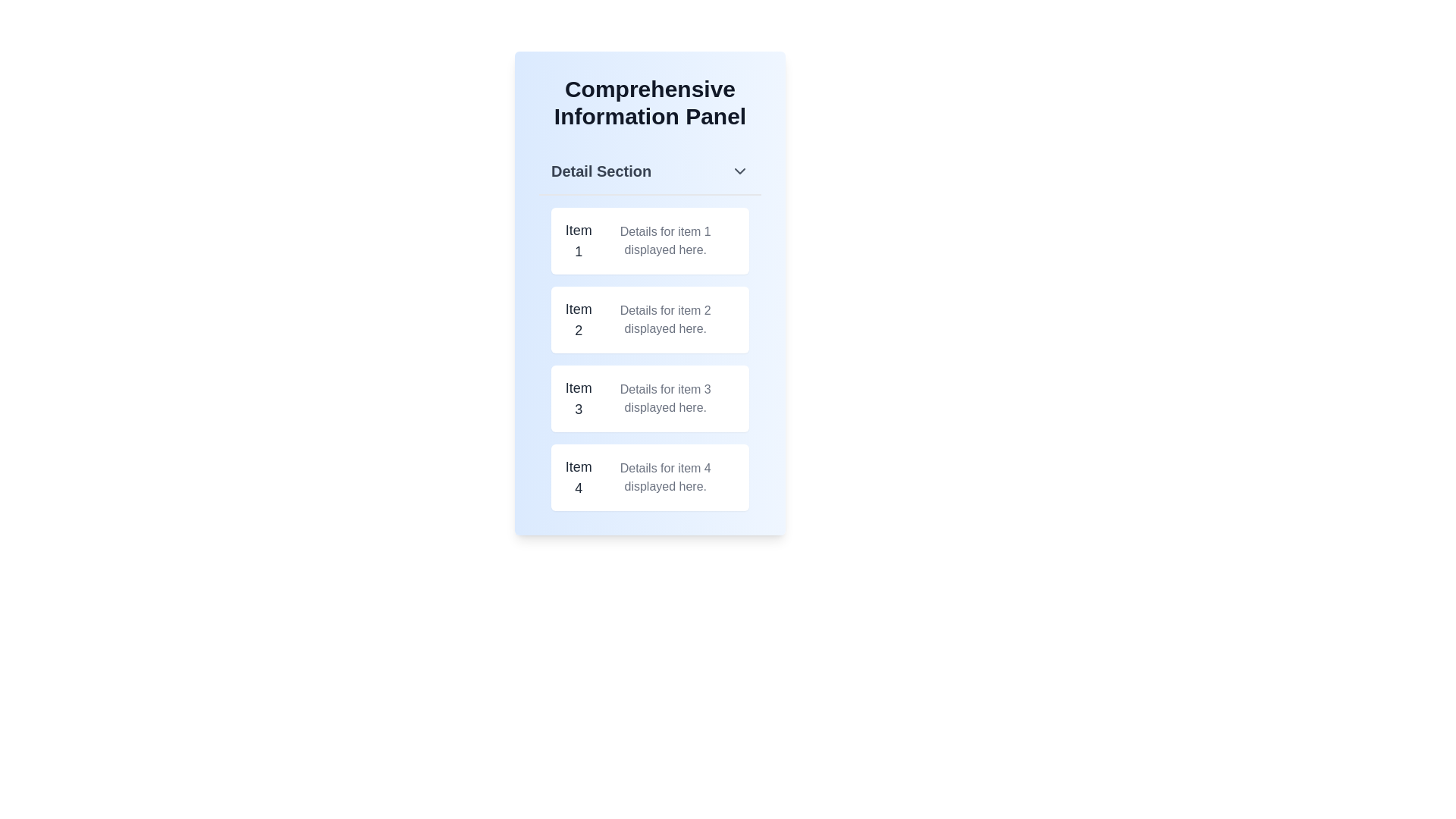 The height and width of the screenshot is (819, 1456). What do you see at coordinates (650, 359) in the screenshot?
I see `the third item in the vertical list titled 'Item 3' within the light blue 'Comprehensive Information Panel'` at bounding box center [650, 359].